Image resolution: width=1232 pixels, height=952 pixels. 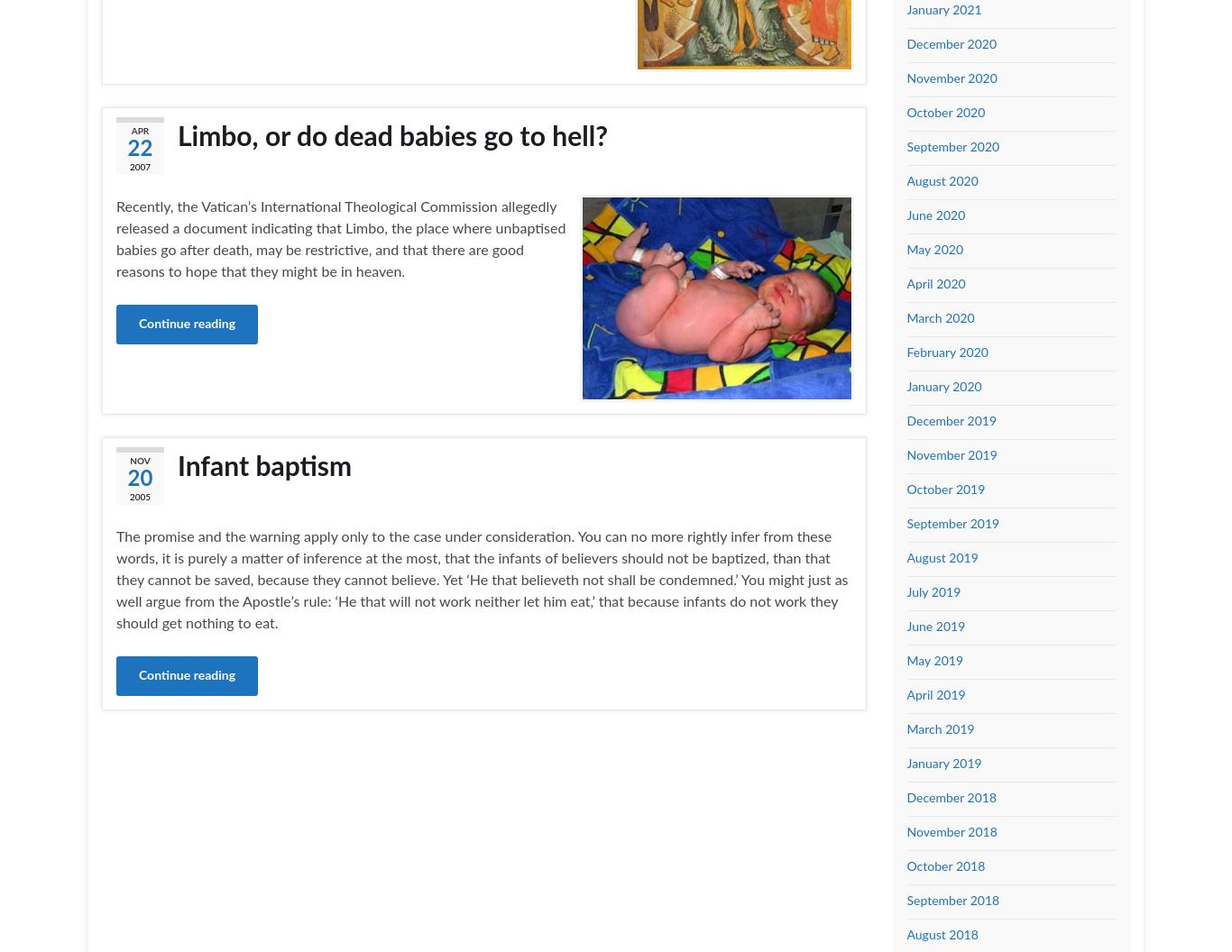 What do you see at coordinates (906, 764) in the screenshot?
I see `'January 2019'` at bounding box center [906, 764].